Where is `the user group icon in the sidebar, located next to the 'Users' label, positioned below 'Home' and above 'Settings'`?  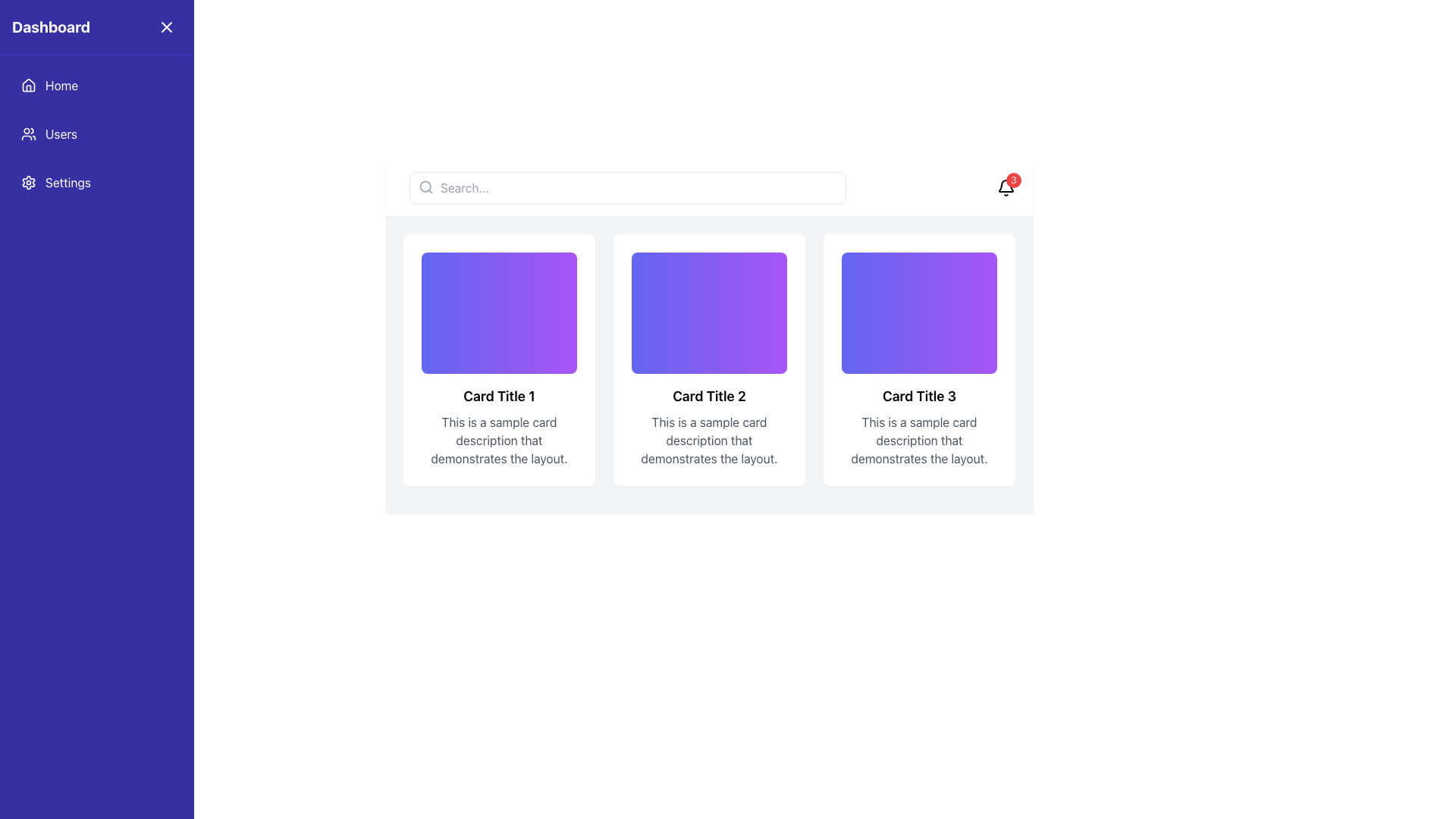 the user group icon in the sidebar, located next to the 'Users' label, positioned below 'Home' and above 'Settings' is located at coordinates (29, 133).